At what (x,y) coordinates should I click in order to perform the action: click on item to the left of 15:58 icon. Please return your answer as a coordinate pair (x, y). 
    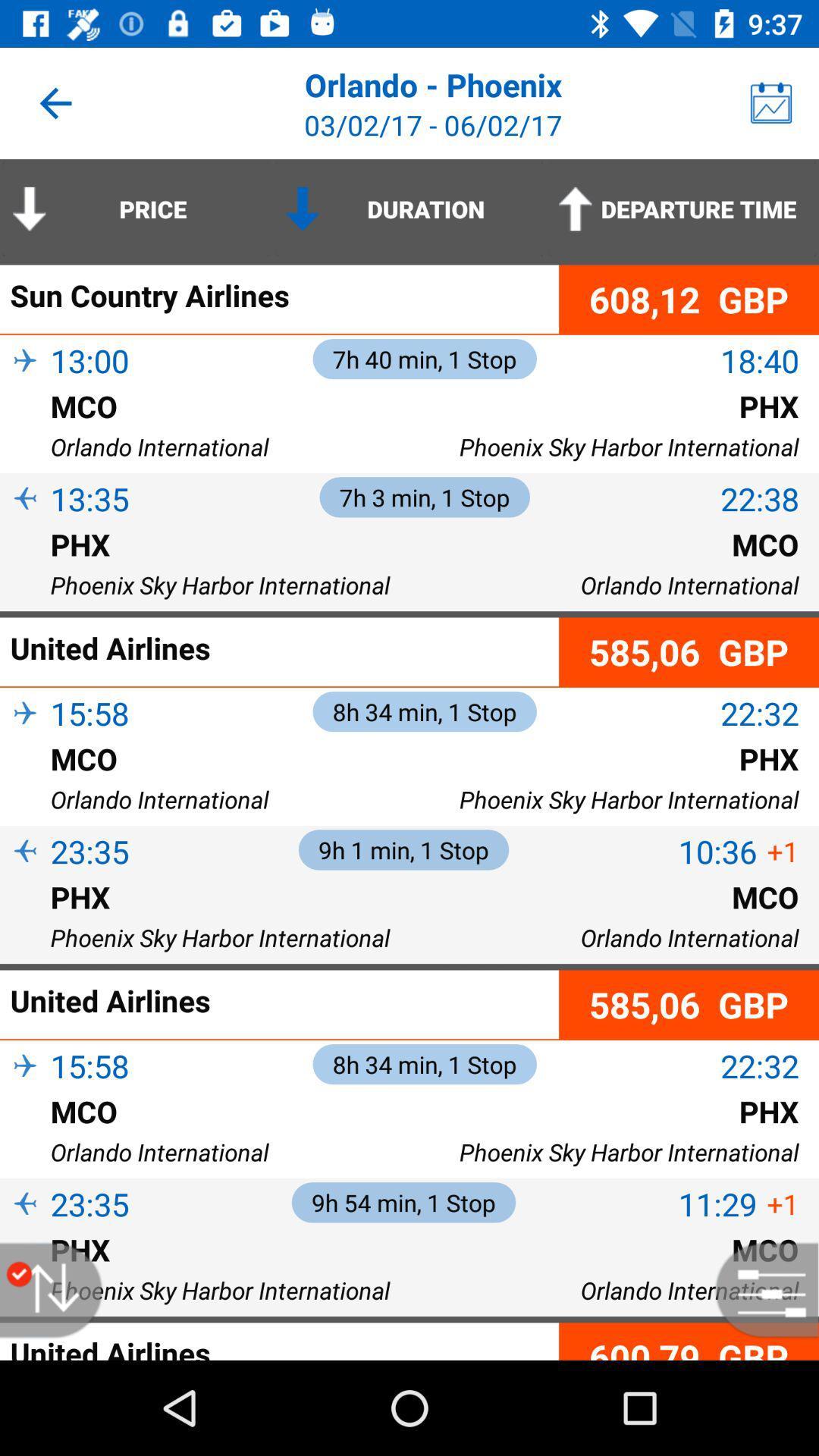
    Looking at the image, I should click on (25, 739).